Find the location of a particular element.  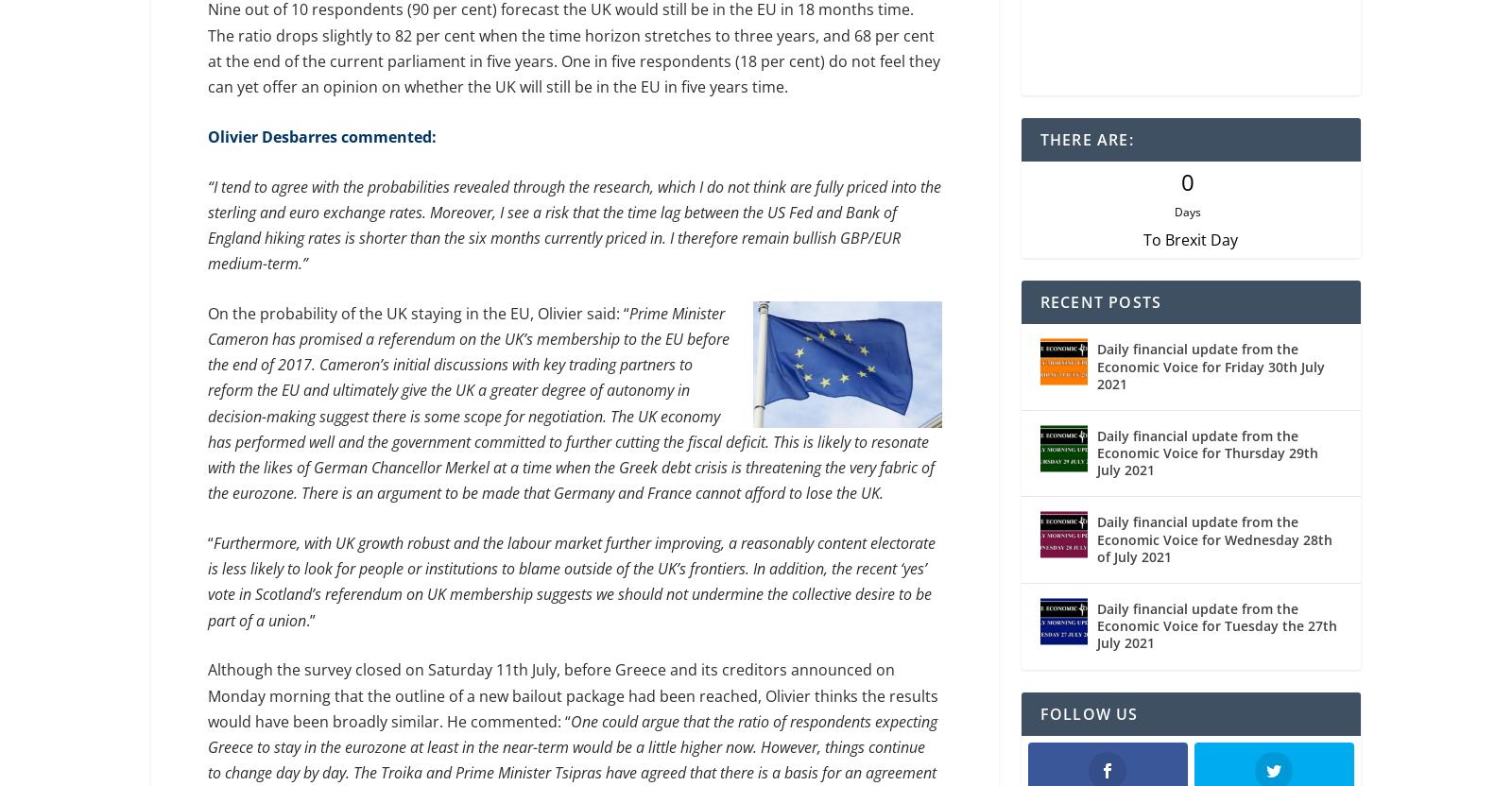

'Olivier Desbarres commented:' is located at coordinates (321, 139).